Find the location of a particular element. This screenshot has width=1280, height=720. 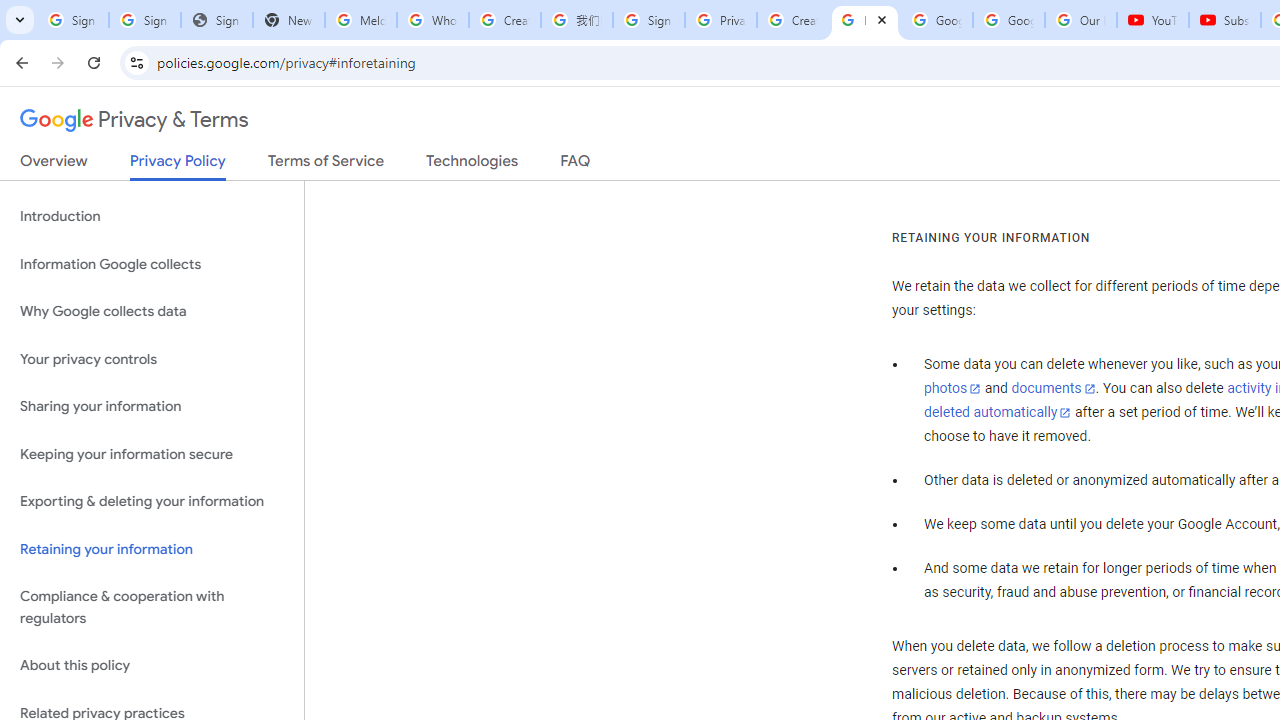

'Technologies' is located at coordinates (471, 164).